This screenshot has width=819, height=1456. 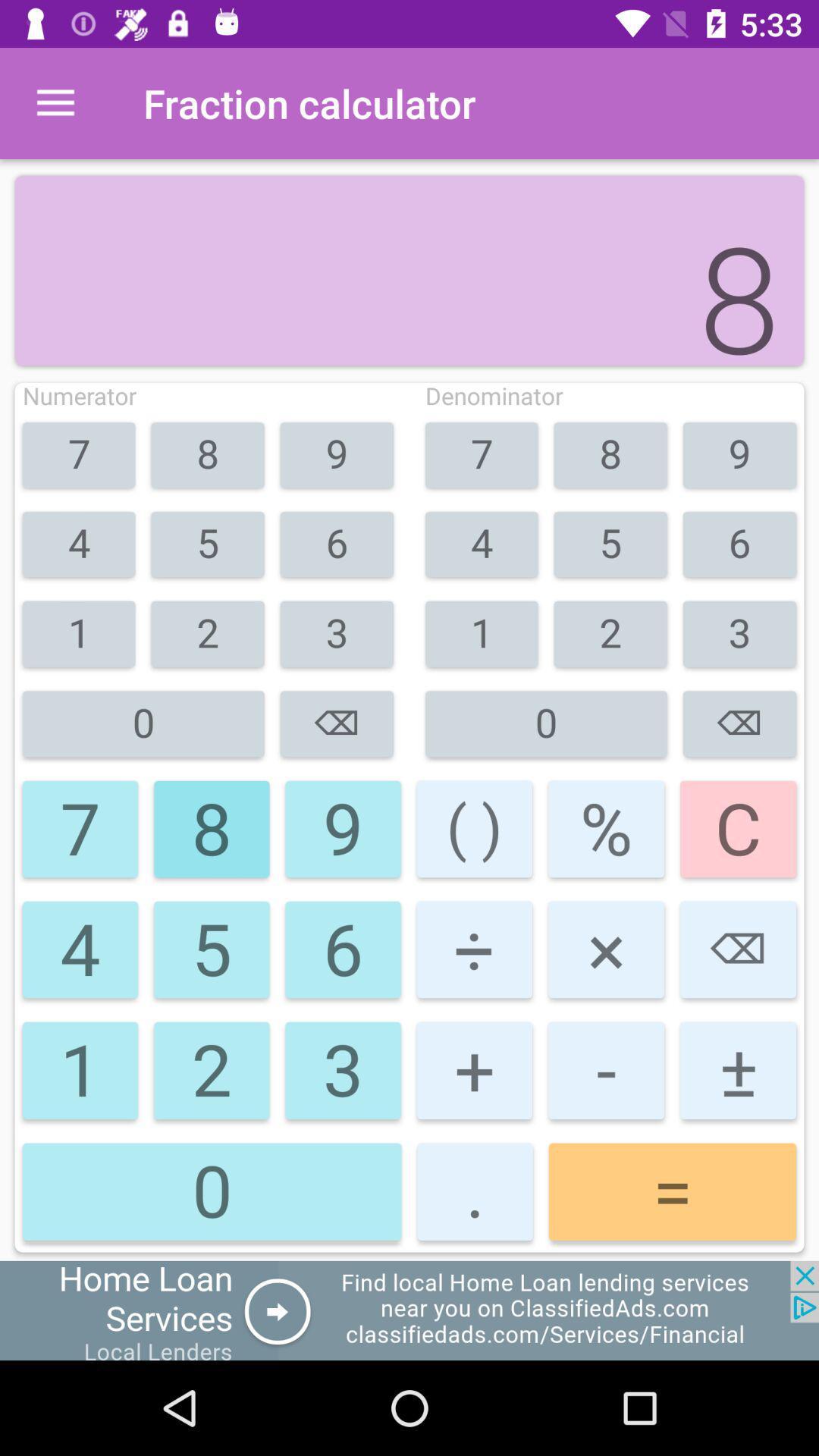 I want to click on open advertisement, so click(x=409, y=1310).